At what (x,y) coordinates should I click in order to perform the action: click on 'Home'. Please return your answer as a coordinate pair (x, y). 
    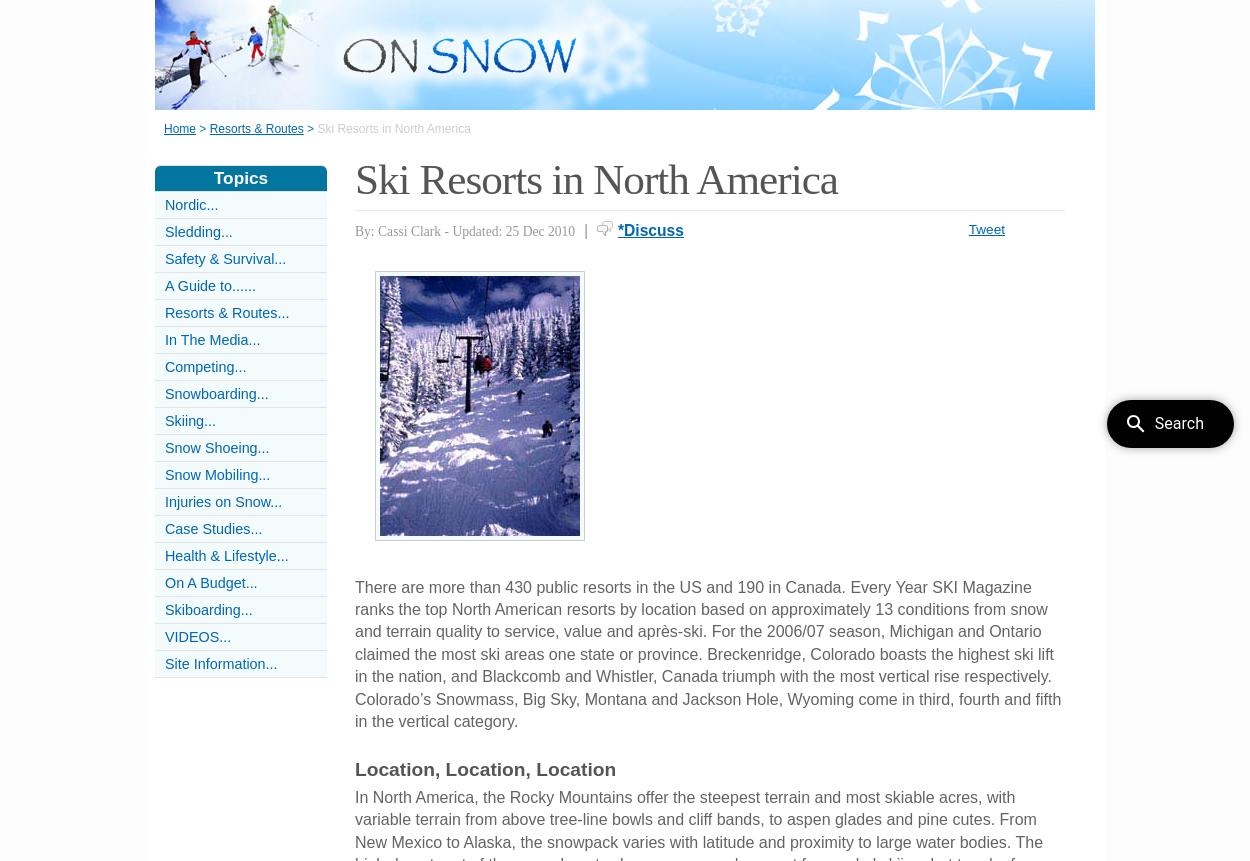
    Looking at the image, I should click on (180, 128).